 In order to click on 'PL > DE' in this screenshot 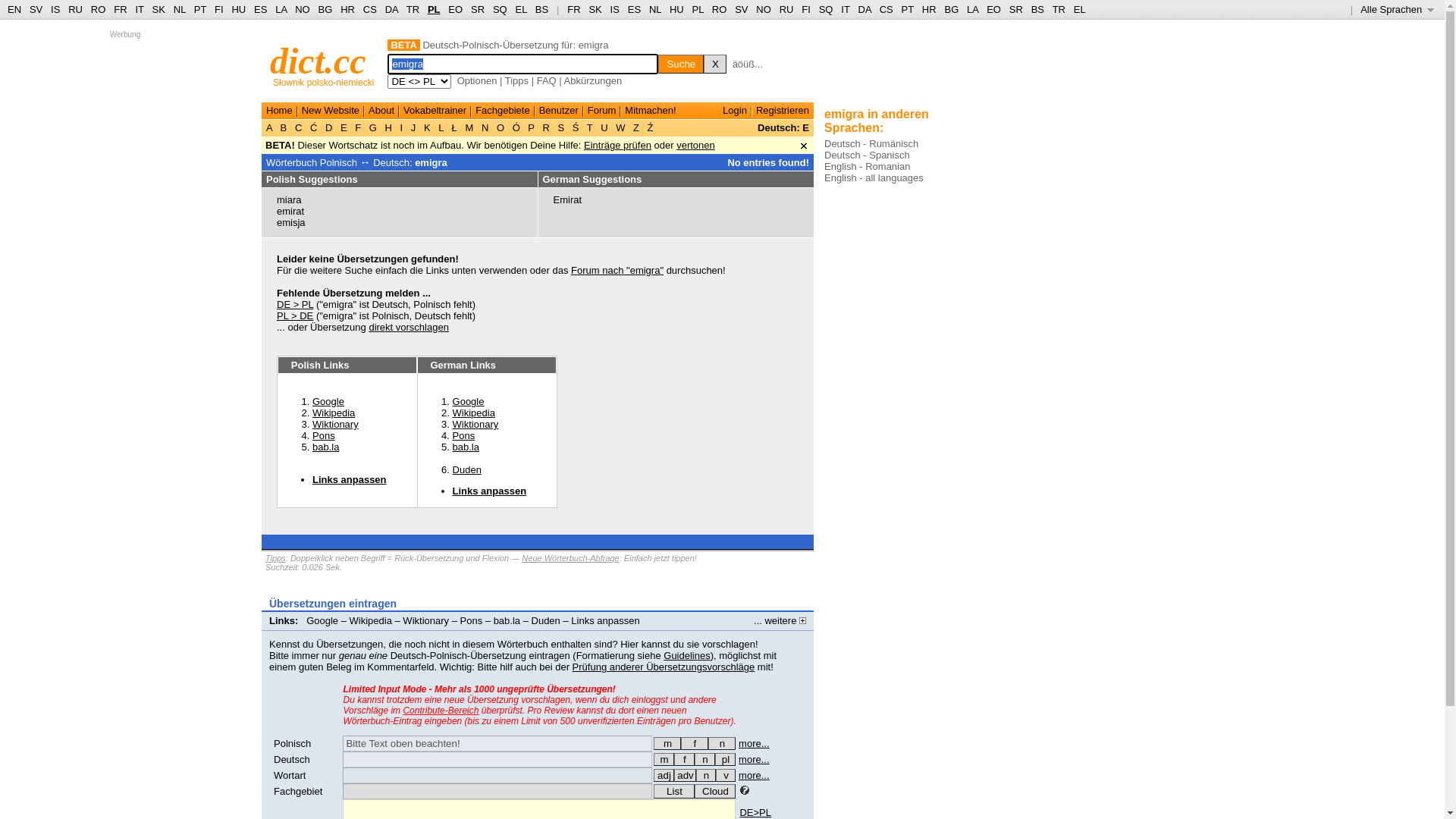, I will do `click(294, 315)`.